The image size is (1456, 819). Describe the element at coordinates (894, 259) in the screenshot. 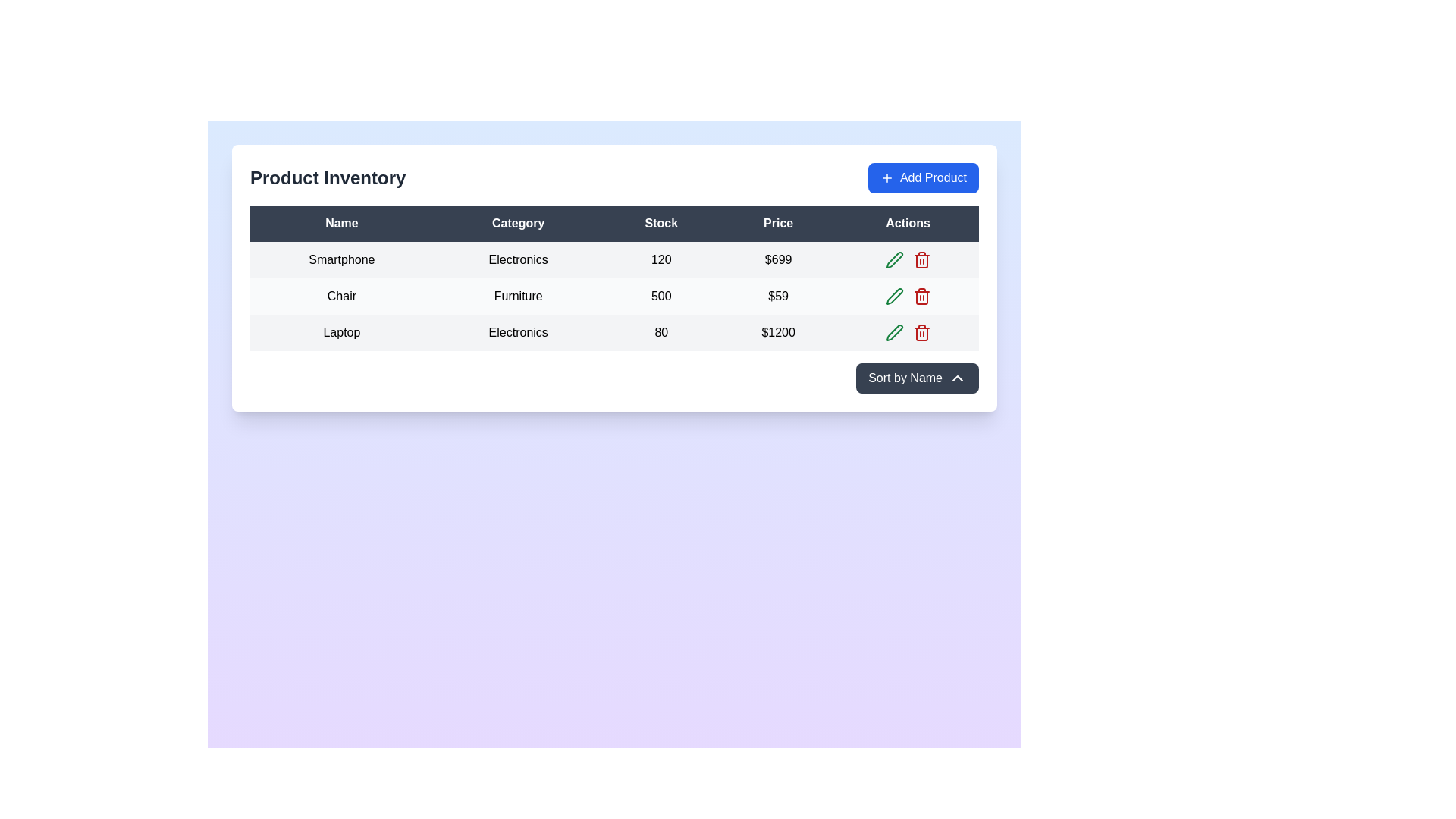

I see `the edit button (pencil icon) for the 'Smartphone' item in the inventory to enter edit mode` at that location.